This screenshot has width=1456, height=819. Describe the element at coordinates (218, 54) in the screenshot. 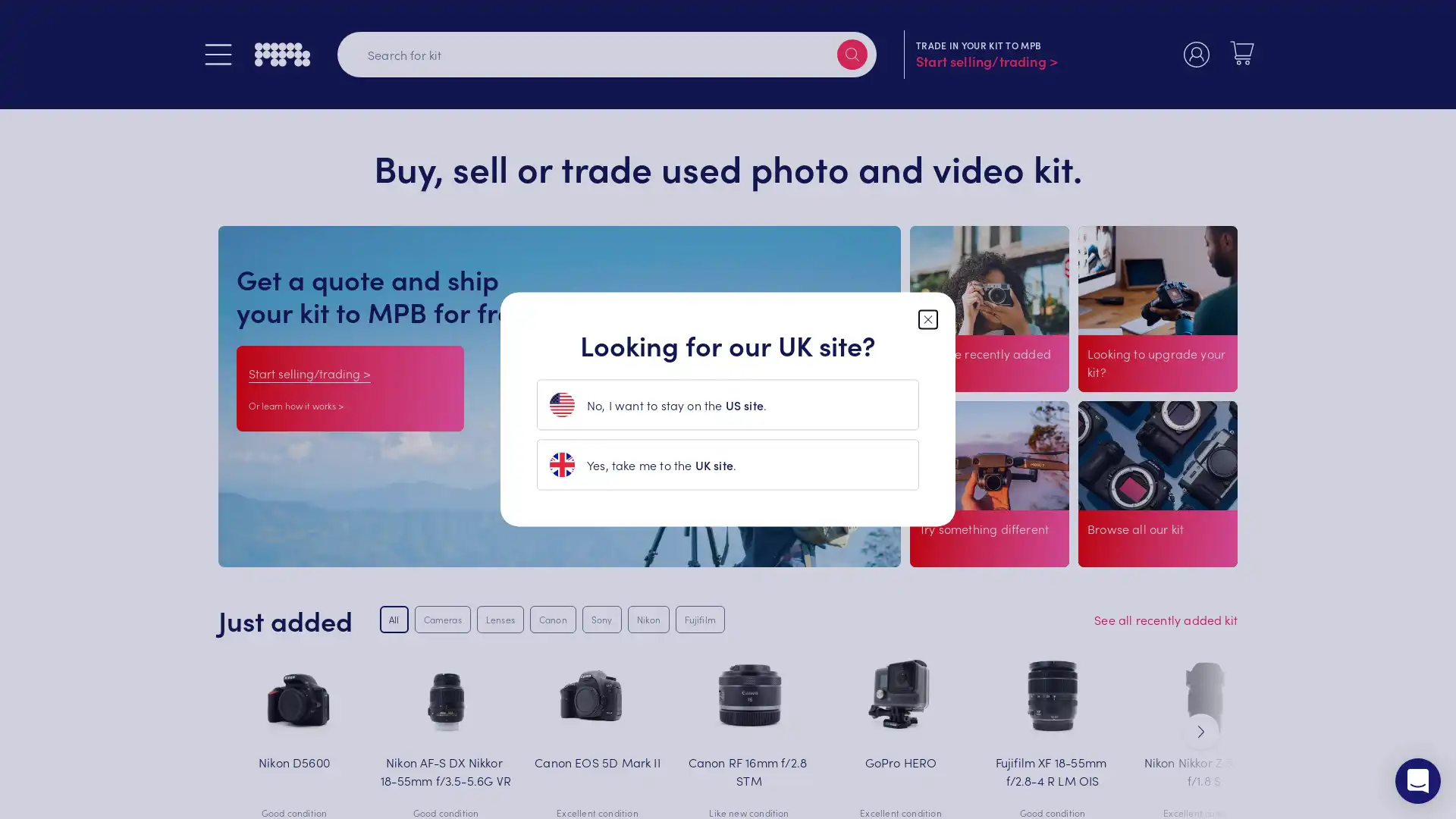

I see `Menu` at that location.